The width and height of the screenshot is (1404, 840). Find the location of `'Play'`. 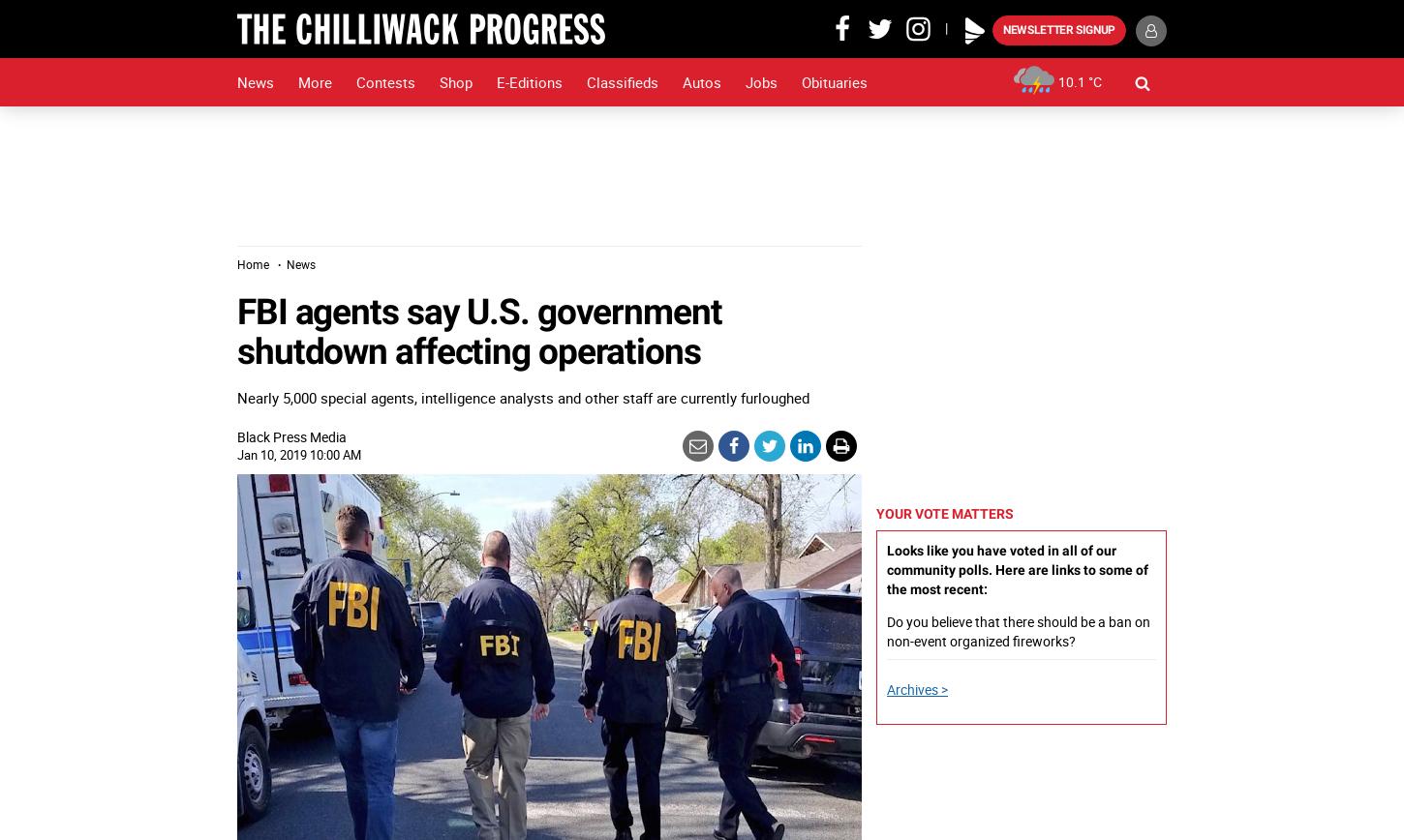

'Play' is located at coordinates (961, 16).